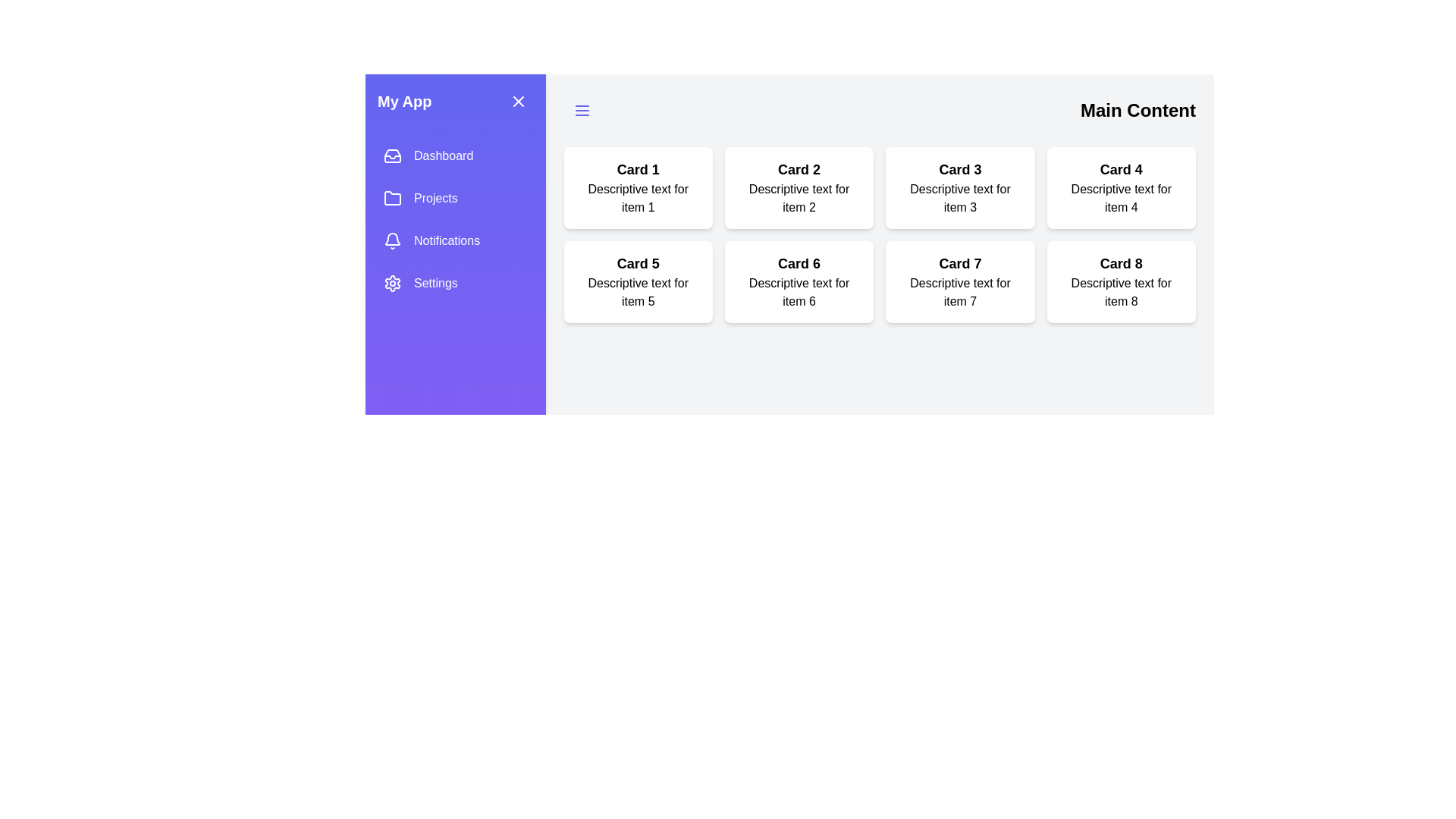  I want to click on the sidebar menu item Projects, so click(454, 198).